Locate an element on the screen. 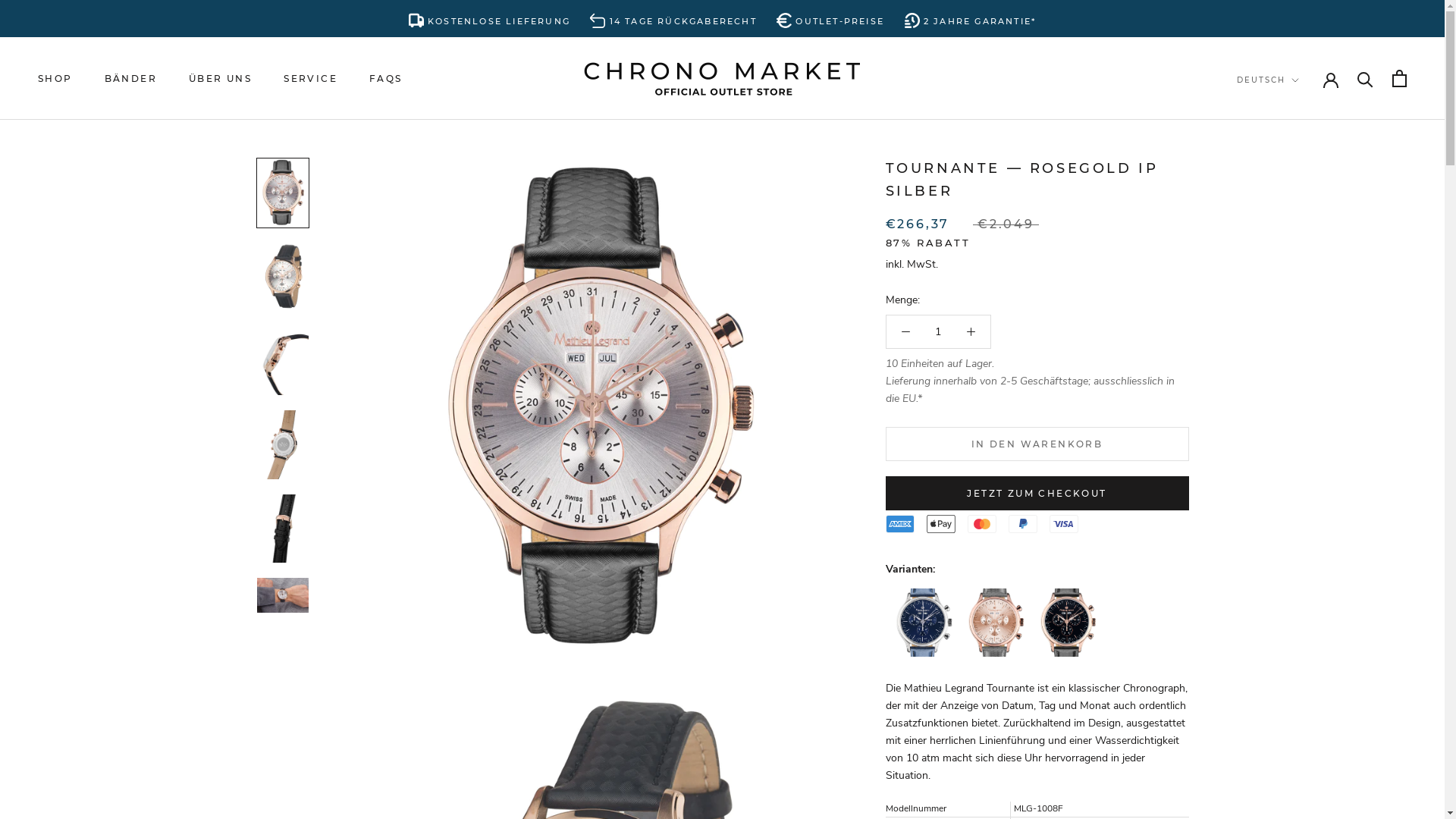 The height and width of the screenshot is (819, 1456). 'KOSTENLOSE LIEFERUNG' is located at coordinates (489, 18).